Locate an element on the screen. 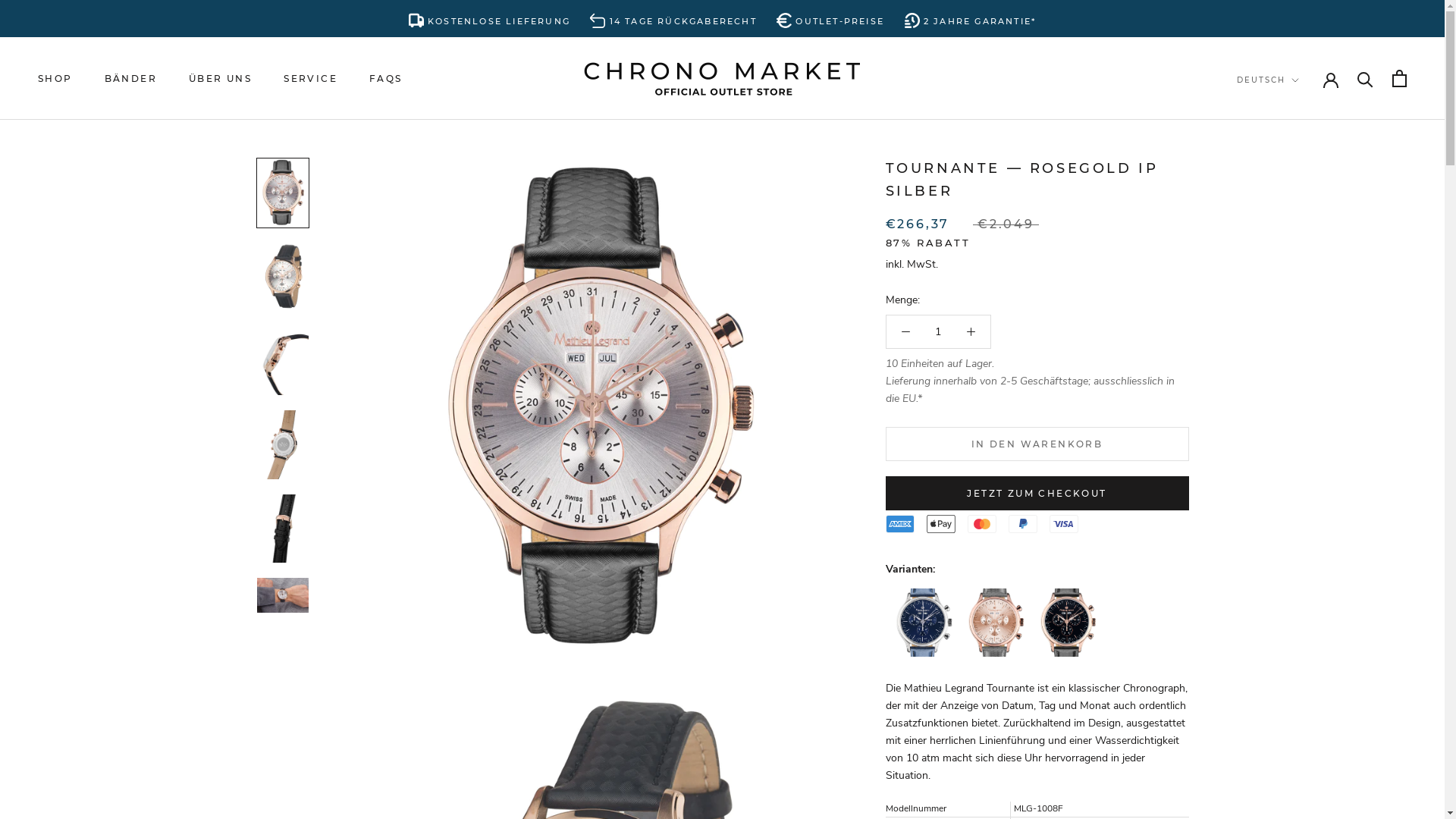 The height and width of the screenshot is (819, 1456). 'KOSTENLOSE LIEFERUNG' is located at coordinates (489, 18).